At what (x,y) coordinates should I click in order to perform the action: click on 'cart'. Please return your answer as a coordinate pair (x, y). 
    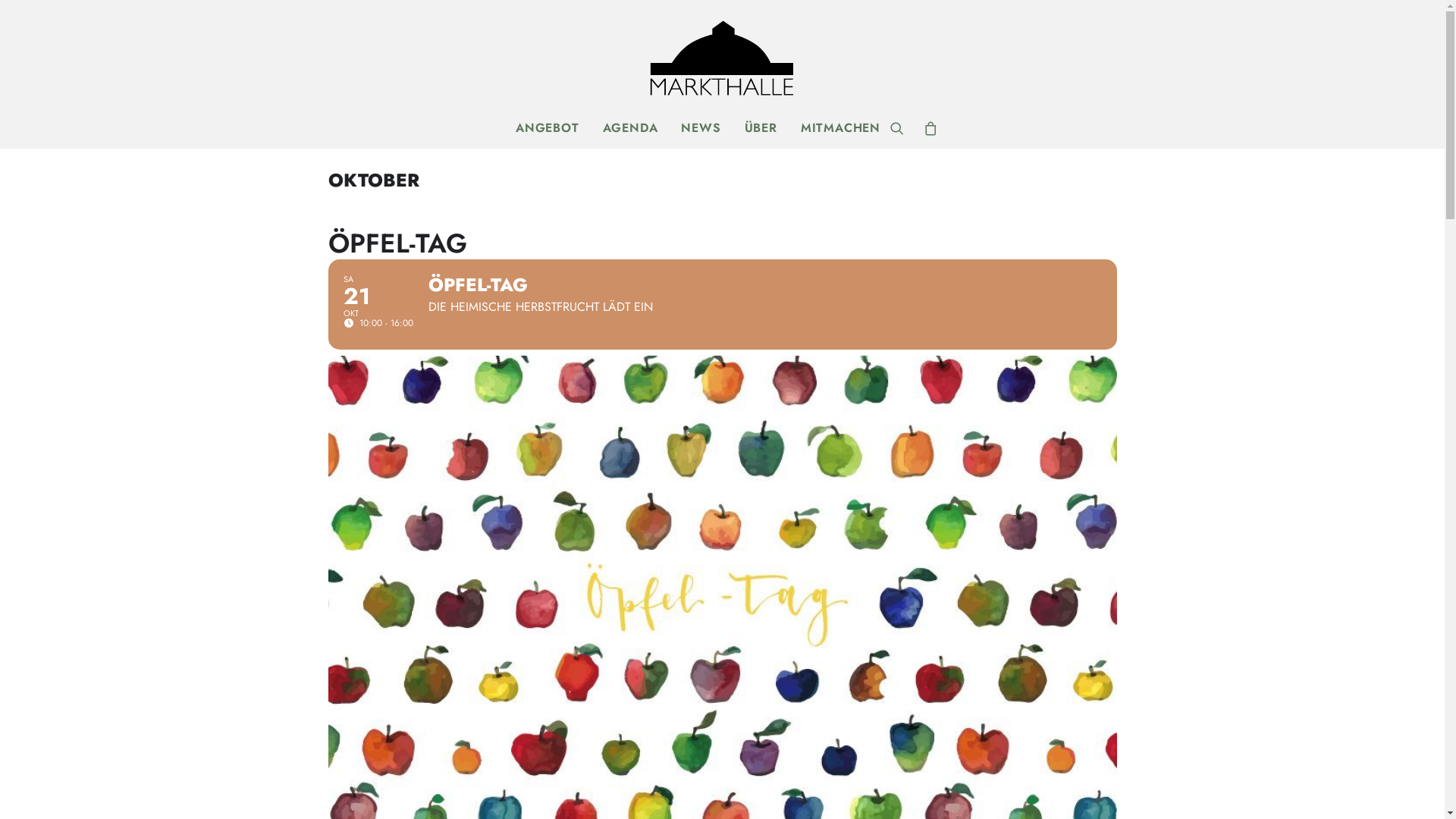
    Looking at the image, I should click on (925, 127).